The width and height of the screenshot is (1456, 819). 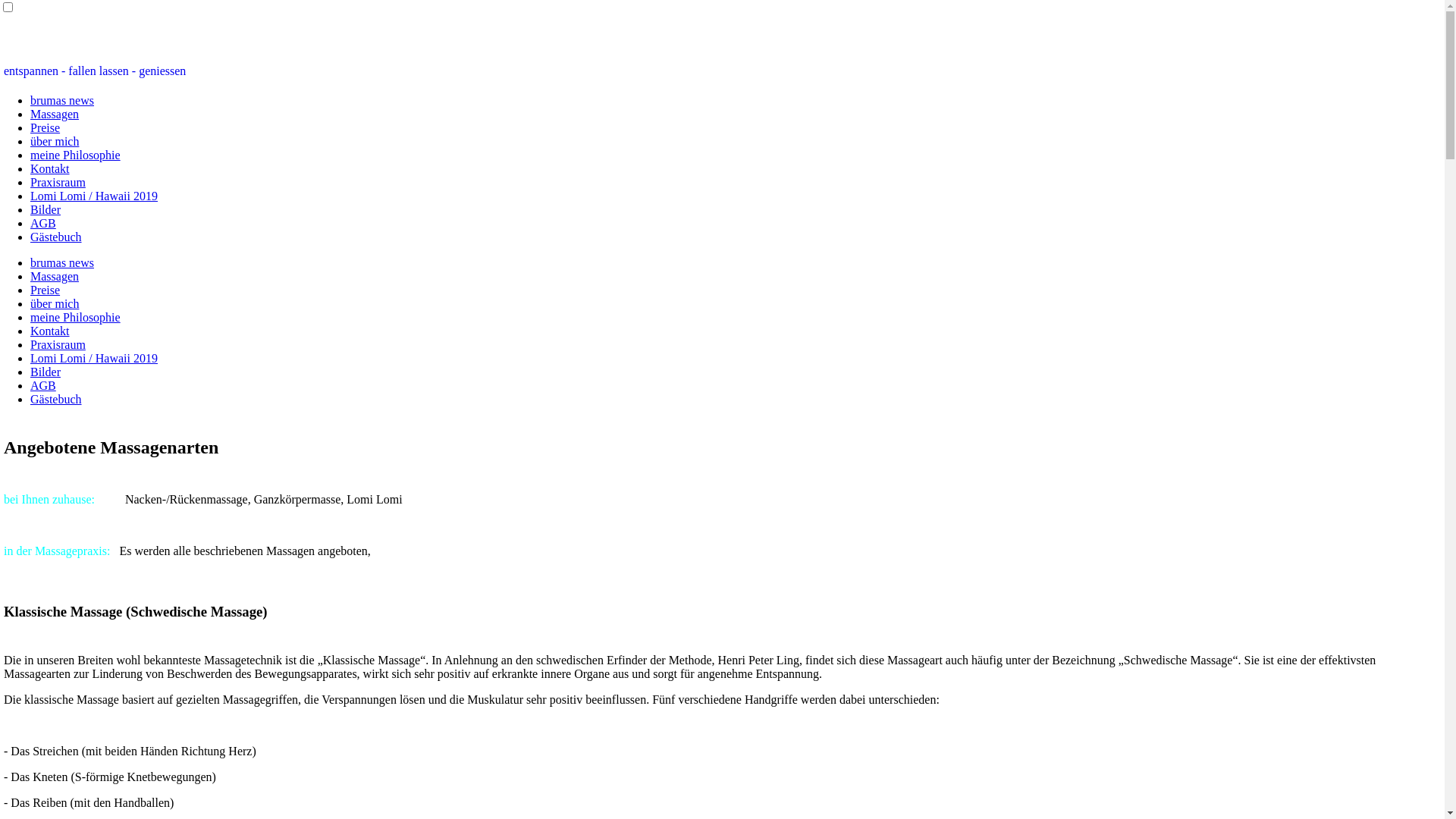 I want to click on 'meine Philosophie', so click(x=30, y=155).